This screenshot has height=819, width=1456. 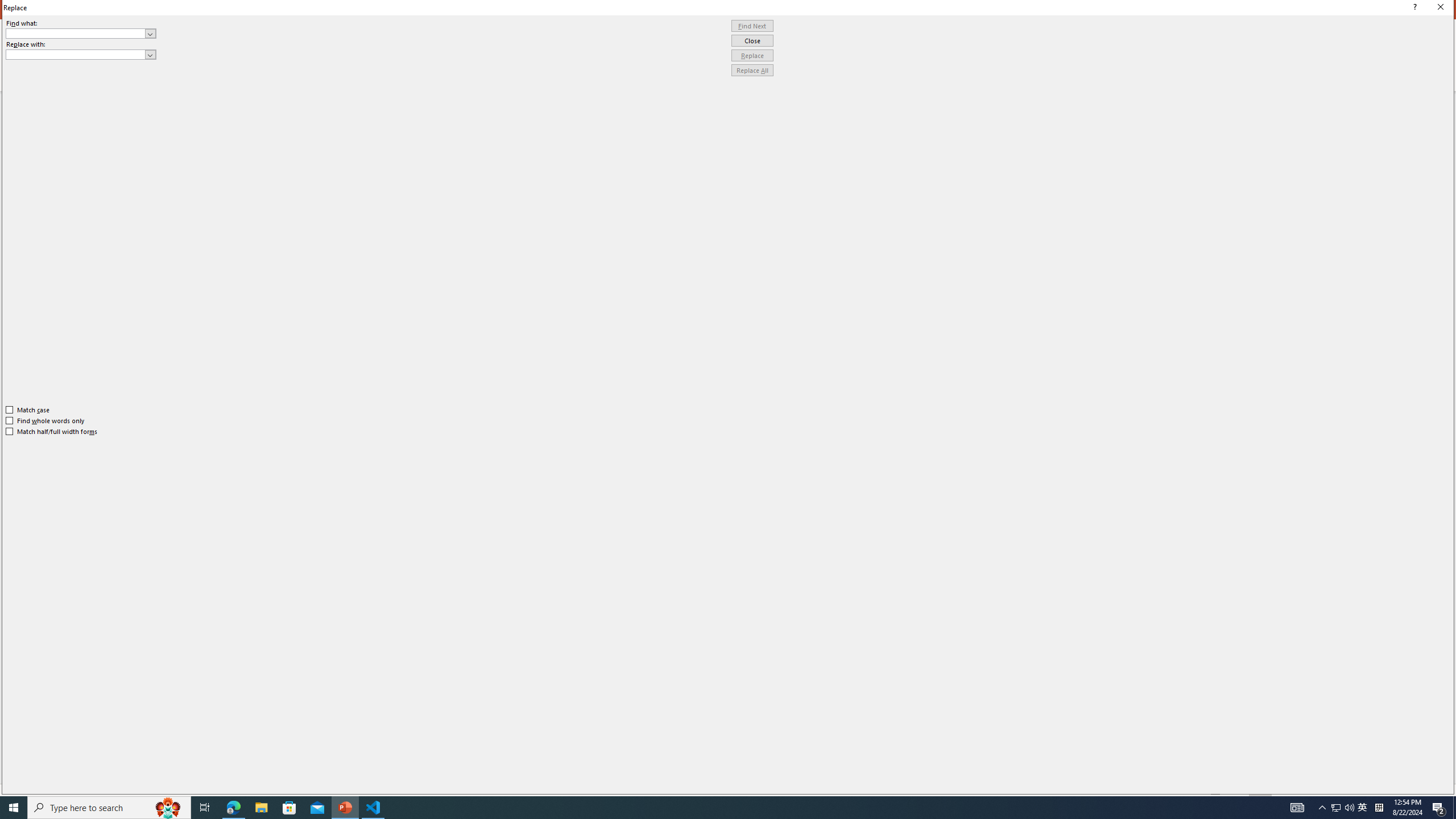 What do you see at coordinates (1413, 9) in the screenshot?
I see `'Context help'` at bounding box center [1413, 9].